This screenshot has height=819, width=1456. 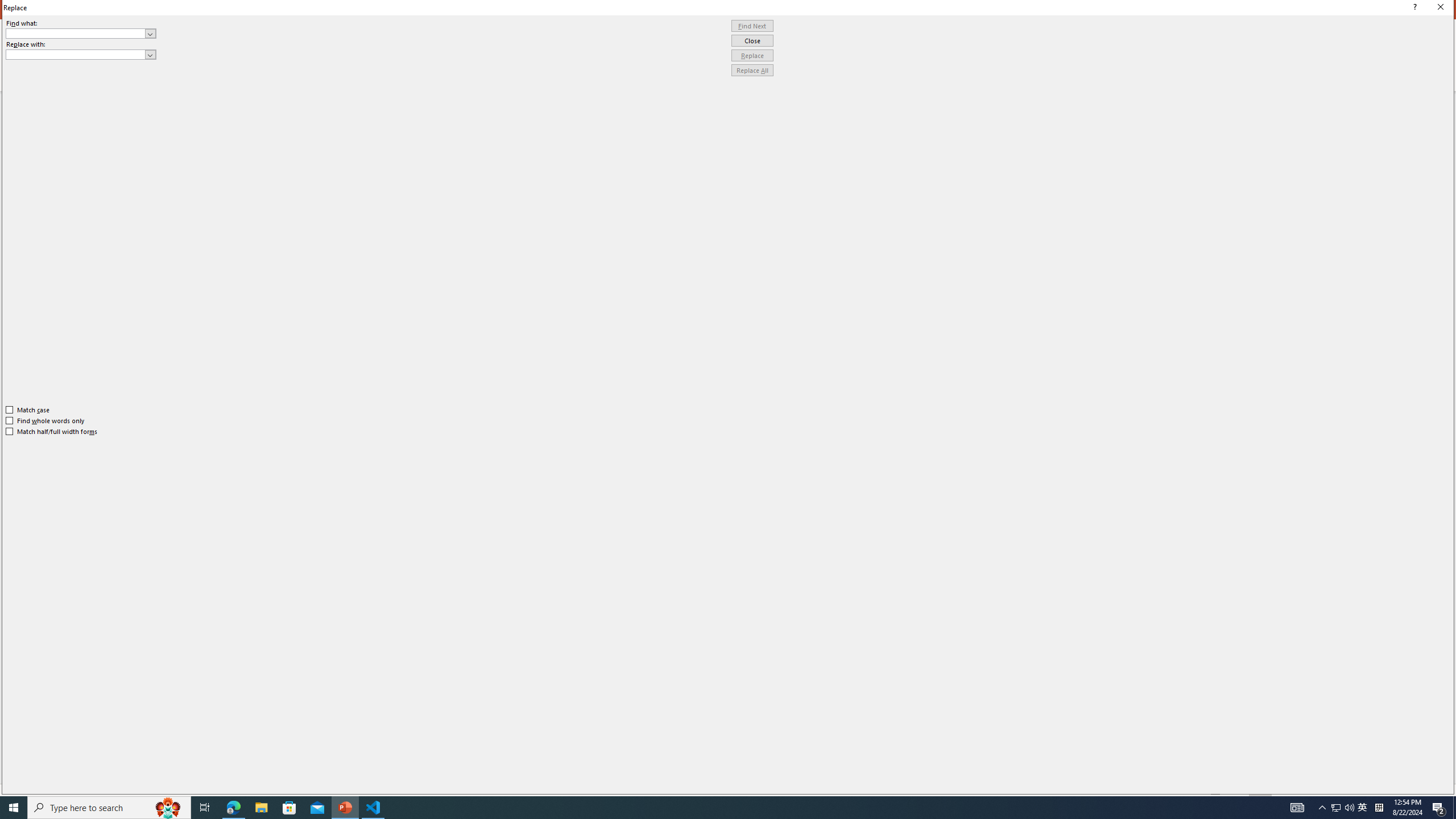 What do you see at coordinates (1413, 9) in the screenshot?
I see `'Context help'` at bounding box center [1413, 9].